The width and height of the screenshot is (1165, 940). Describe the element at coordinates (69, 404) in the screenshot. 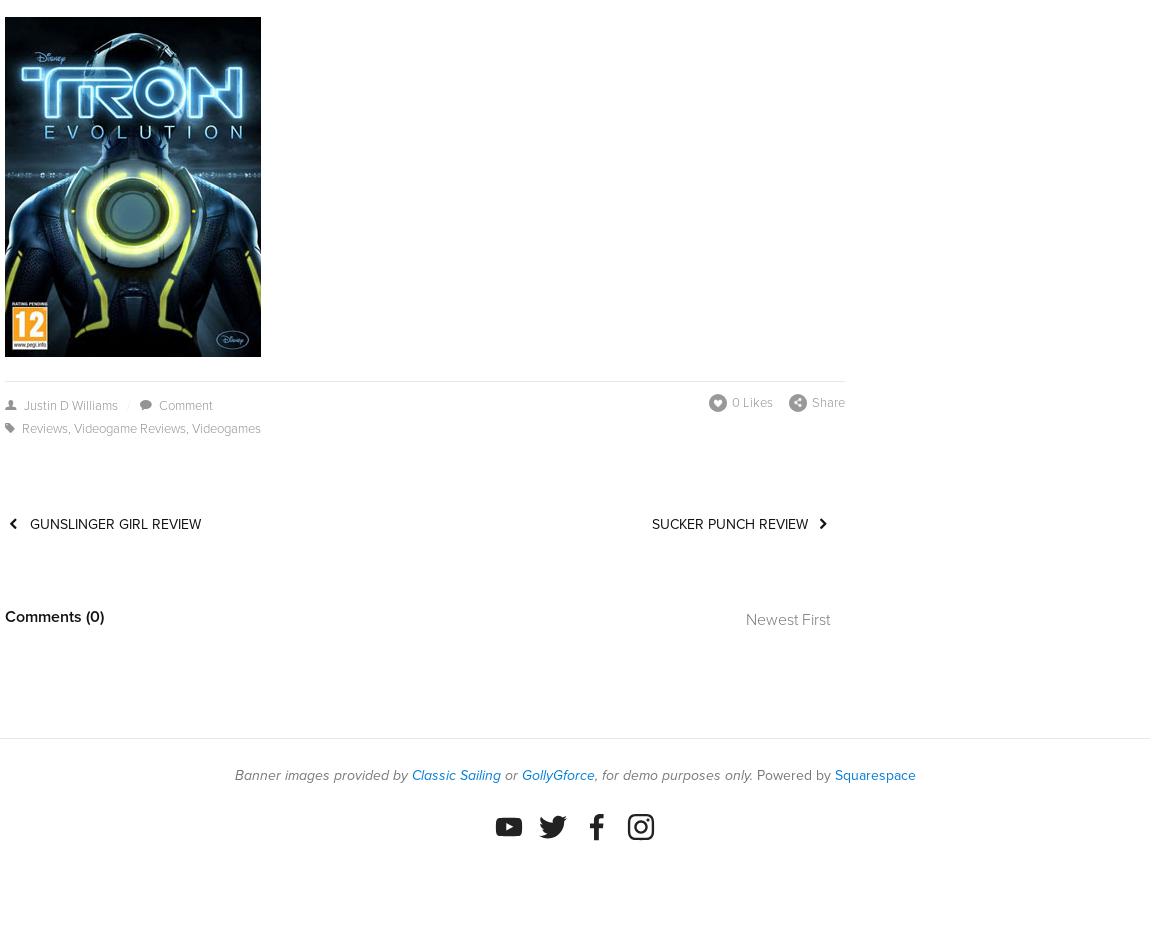

I see `'Justin D Williams'` at that location.